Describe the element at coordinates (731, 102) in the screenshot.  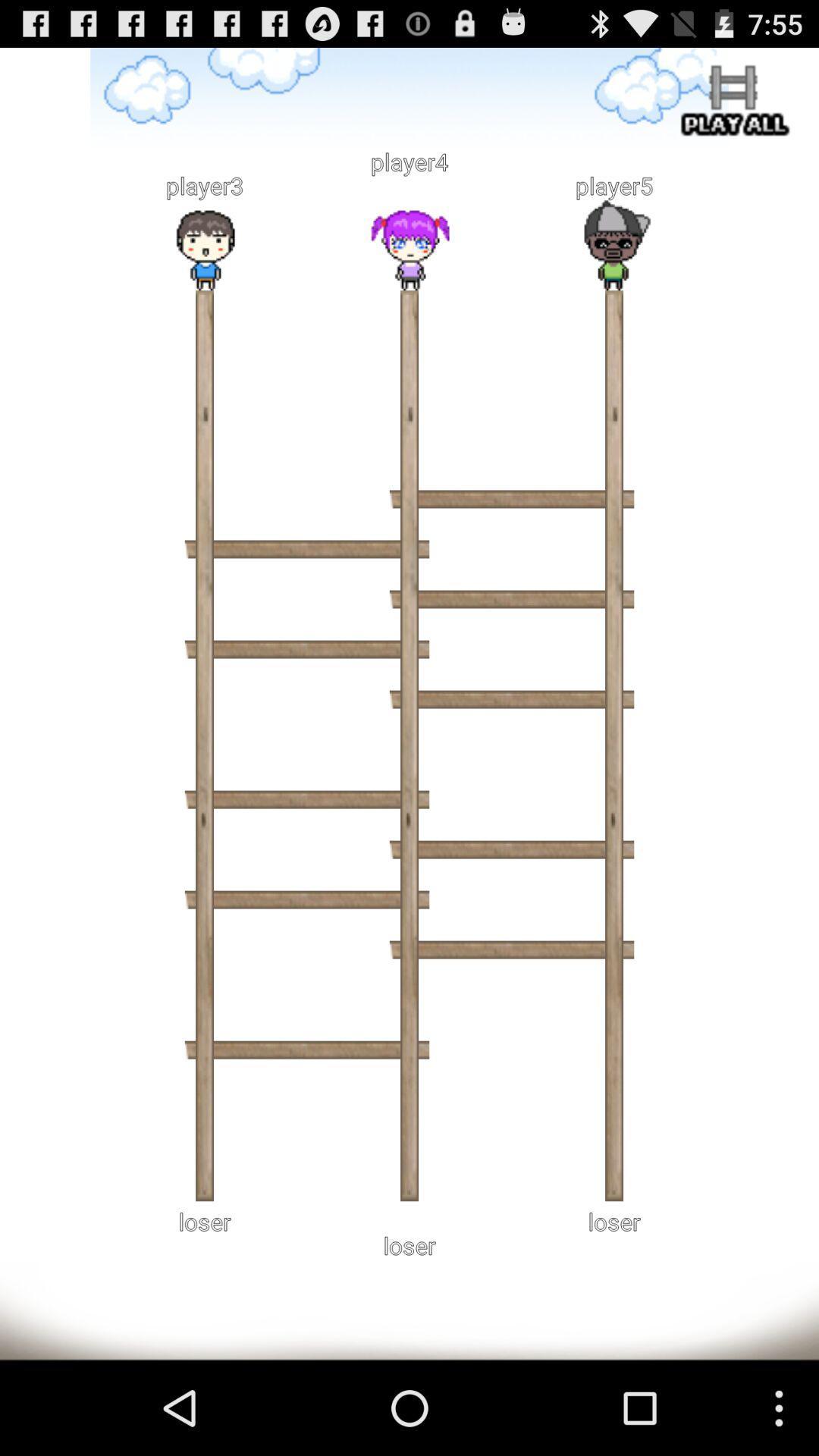
I see `play all` at that location.